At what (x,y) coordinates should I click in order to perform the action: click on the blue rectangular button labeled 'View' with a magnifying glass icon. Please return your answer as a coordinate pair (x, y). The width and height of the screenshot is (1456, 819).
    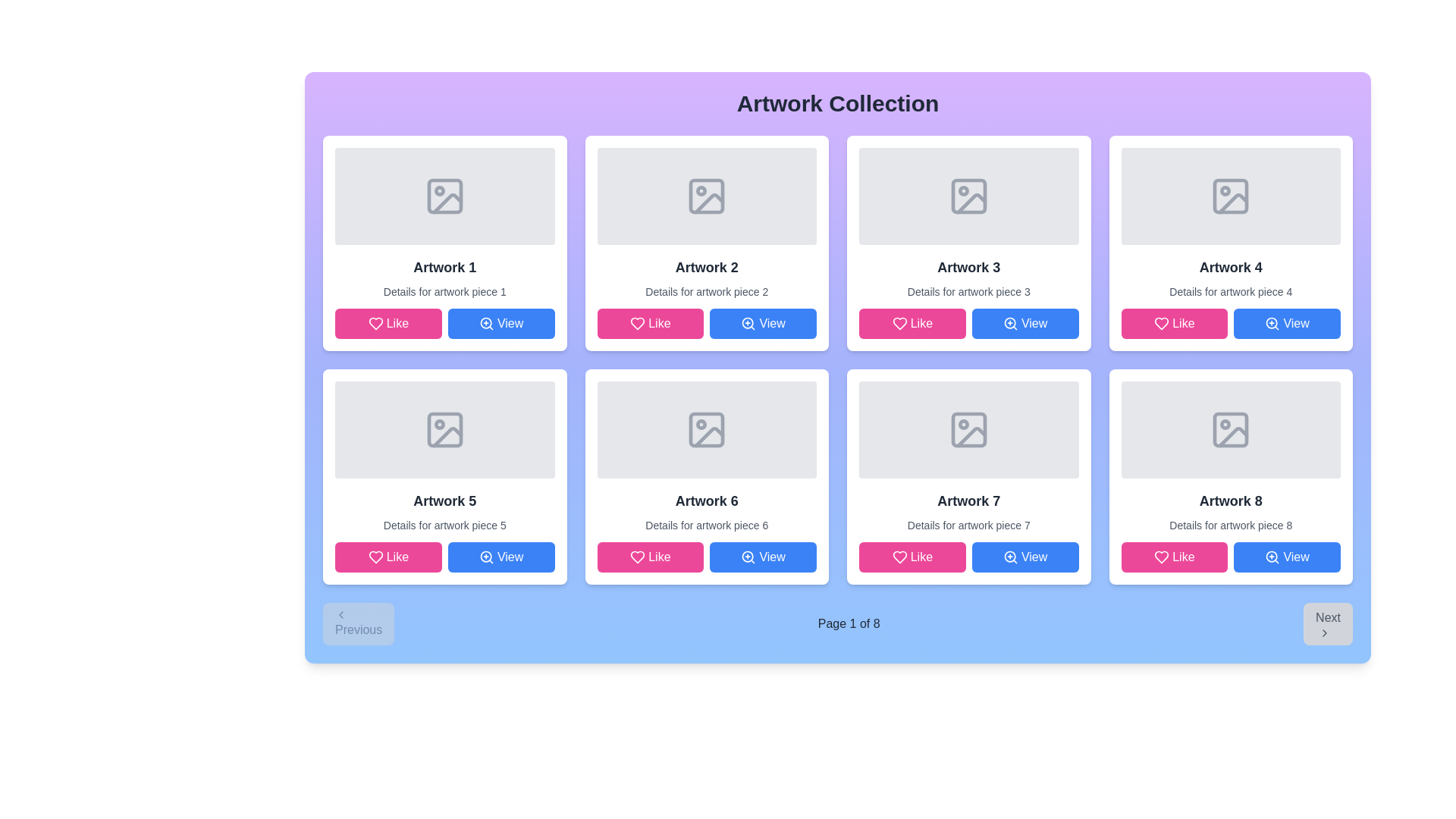
    Looking at the image, I should click on (1025, 323).